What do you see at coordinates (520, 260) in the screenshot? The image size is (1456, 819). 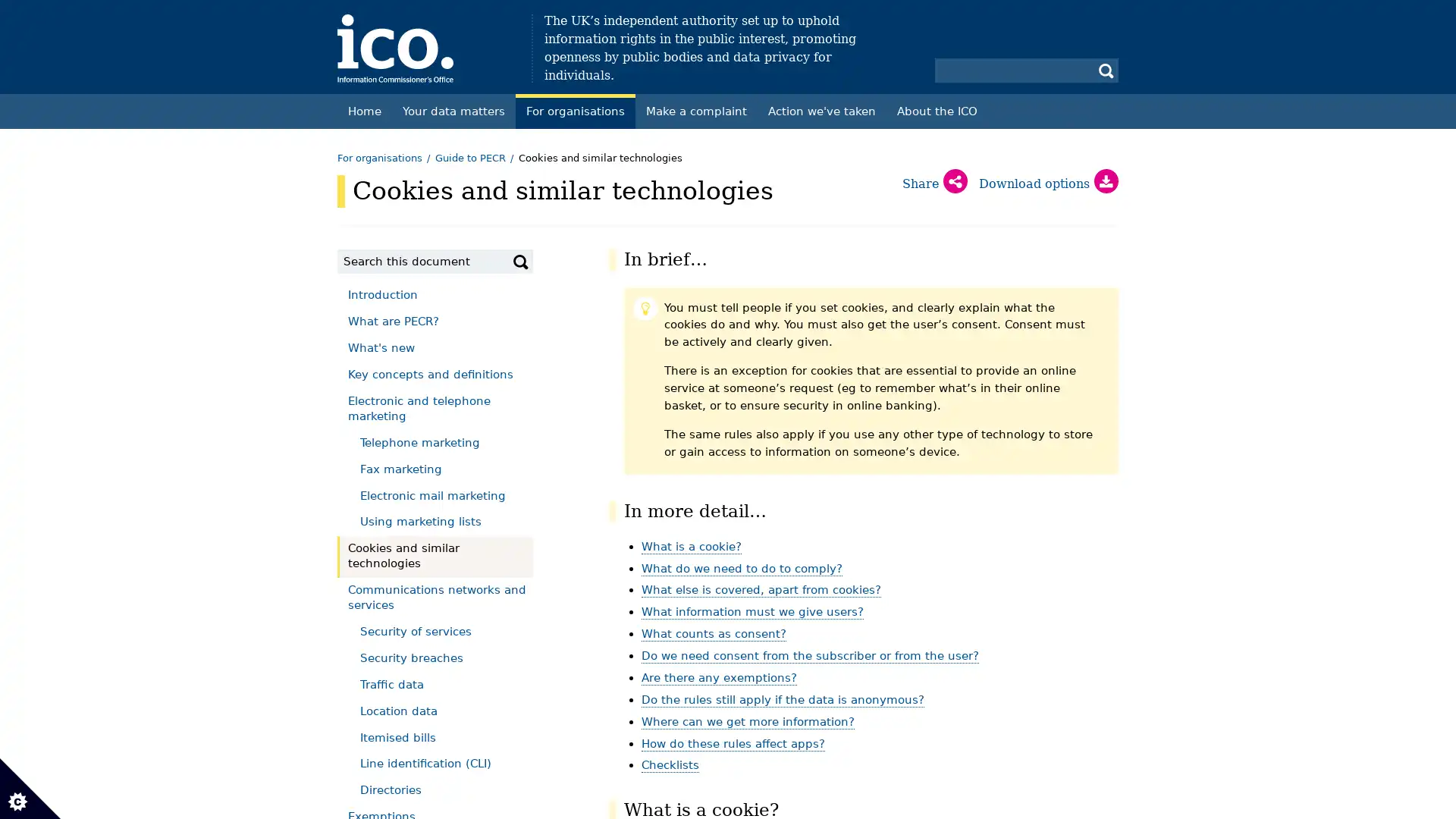 I see `Search` at bounding box center [520, 260].